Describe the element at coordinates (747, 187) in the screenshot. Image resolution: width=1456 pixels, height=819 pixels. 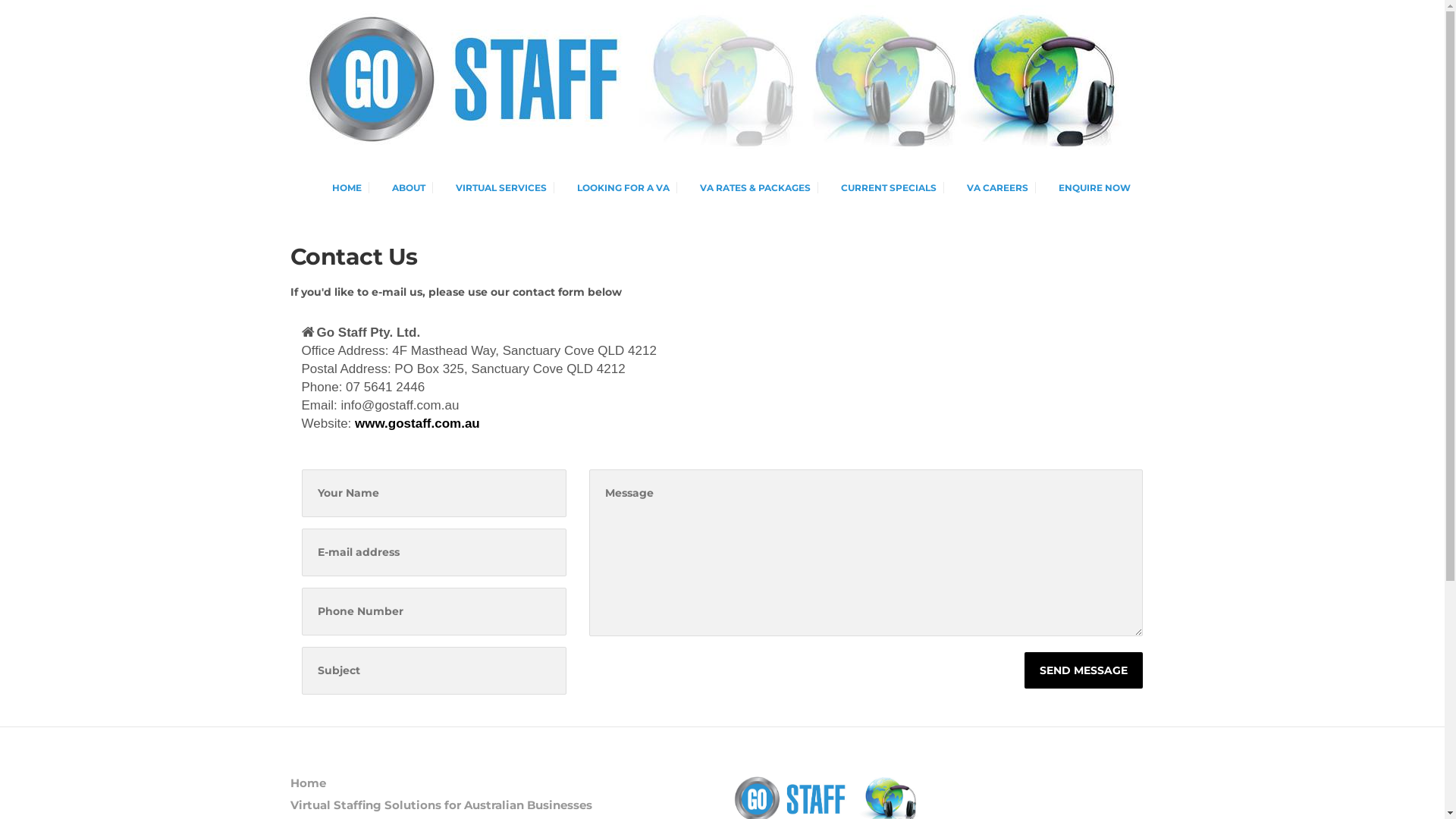
I see `'VA RATES & PACKAGES'` at that location.